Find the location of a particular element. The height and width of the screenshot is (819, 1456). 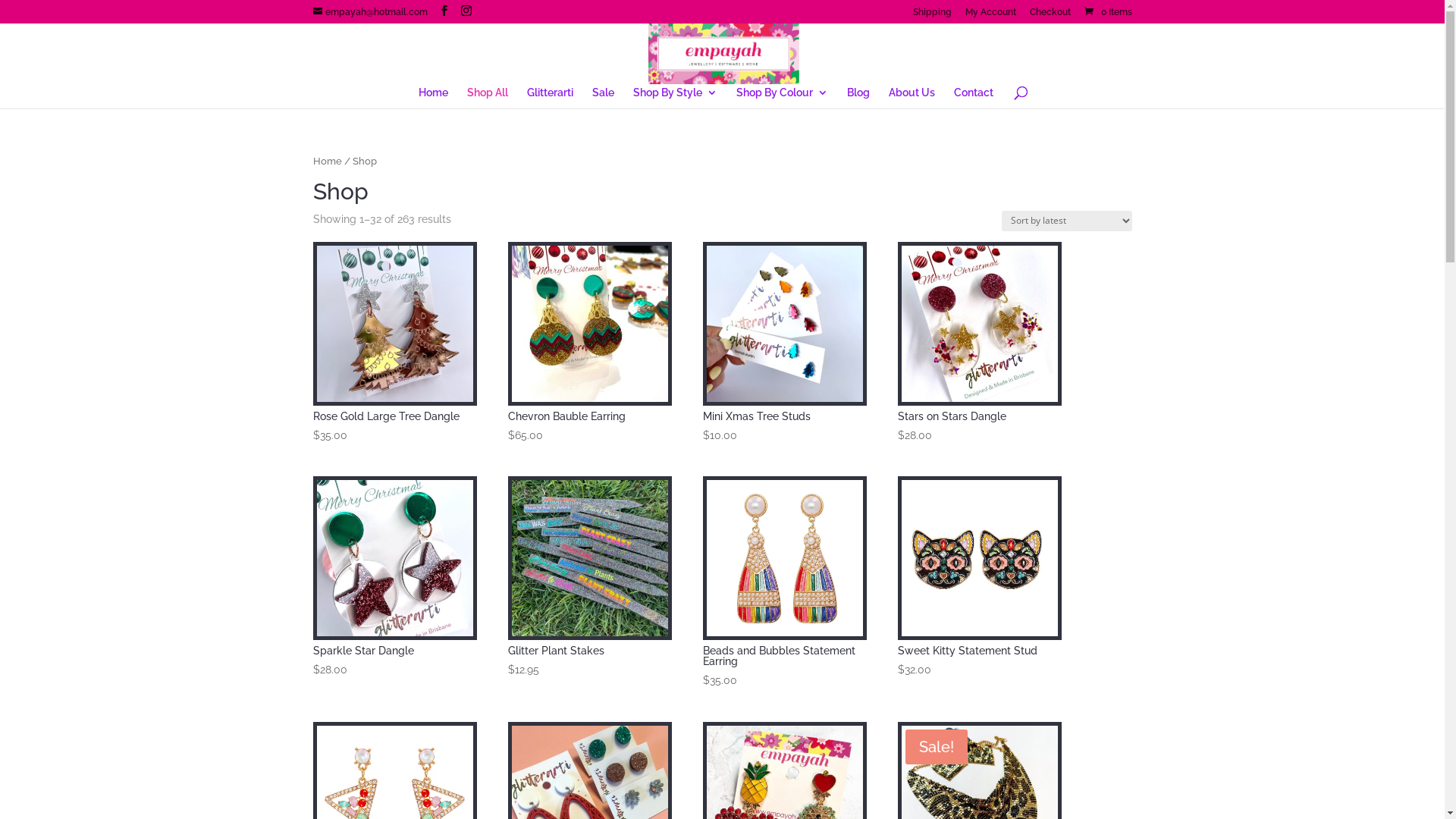

'Sparkle Star Dangle is located at coordinates (394, 578).